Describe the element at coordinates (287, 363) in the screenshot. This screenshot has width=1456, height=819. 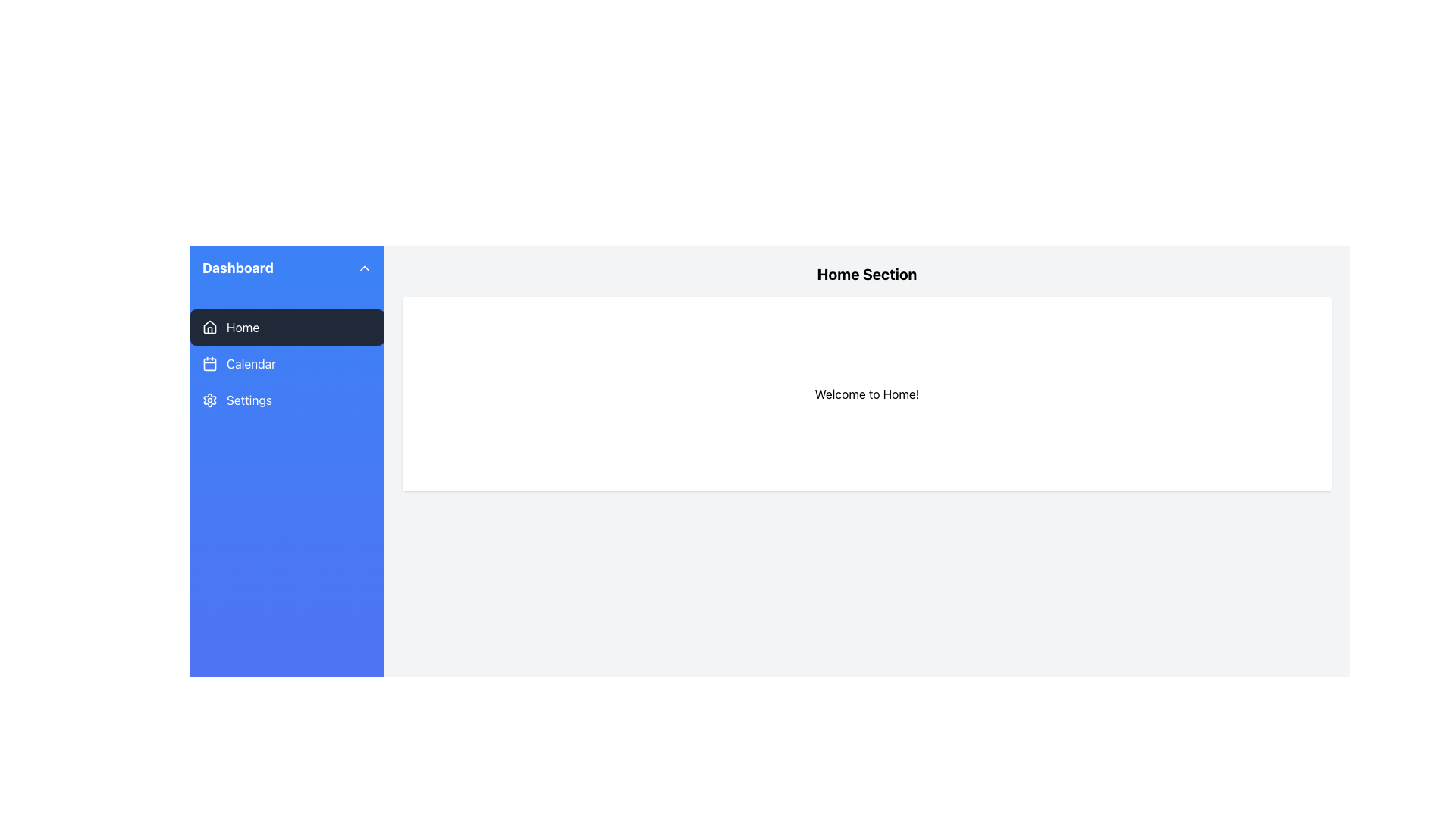
I see `the 'Calendar' menu item located in the sidebar, which is the second item in the vertical list` at that location.